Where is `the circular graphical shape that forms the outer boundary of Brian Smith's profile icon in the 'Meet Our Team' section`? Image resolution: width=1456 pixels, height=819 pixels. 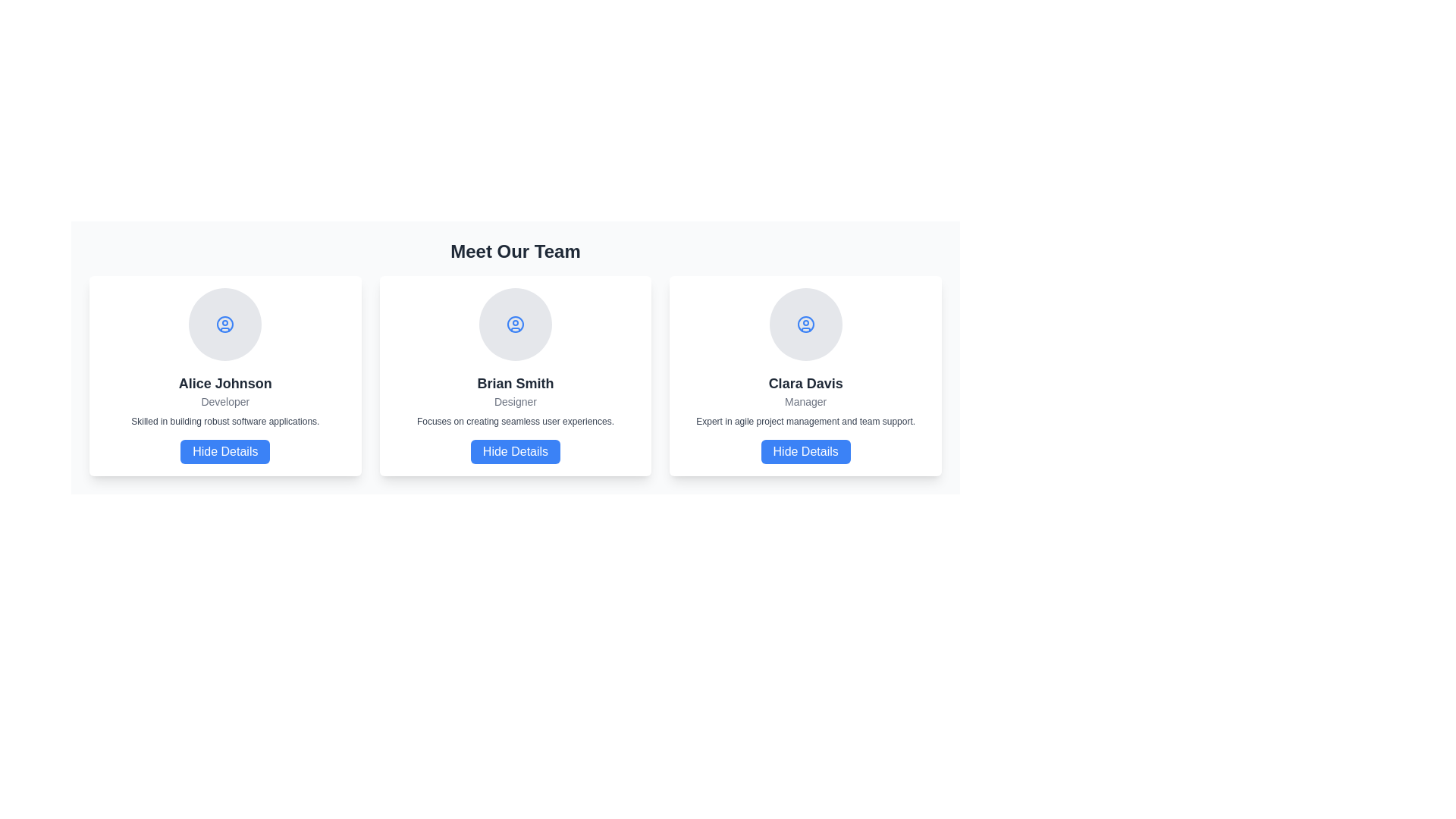 the circular graphical shape that forms the outer boundary of Brian Smith's profile icon in the 'Meet Our Team' section is located at coordinates (516, 324).